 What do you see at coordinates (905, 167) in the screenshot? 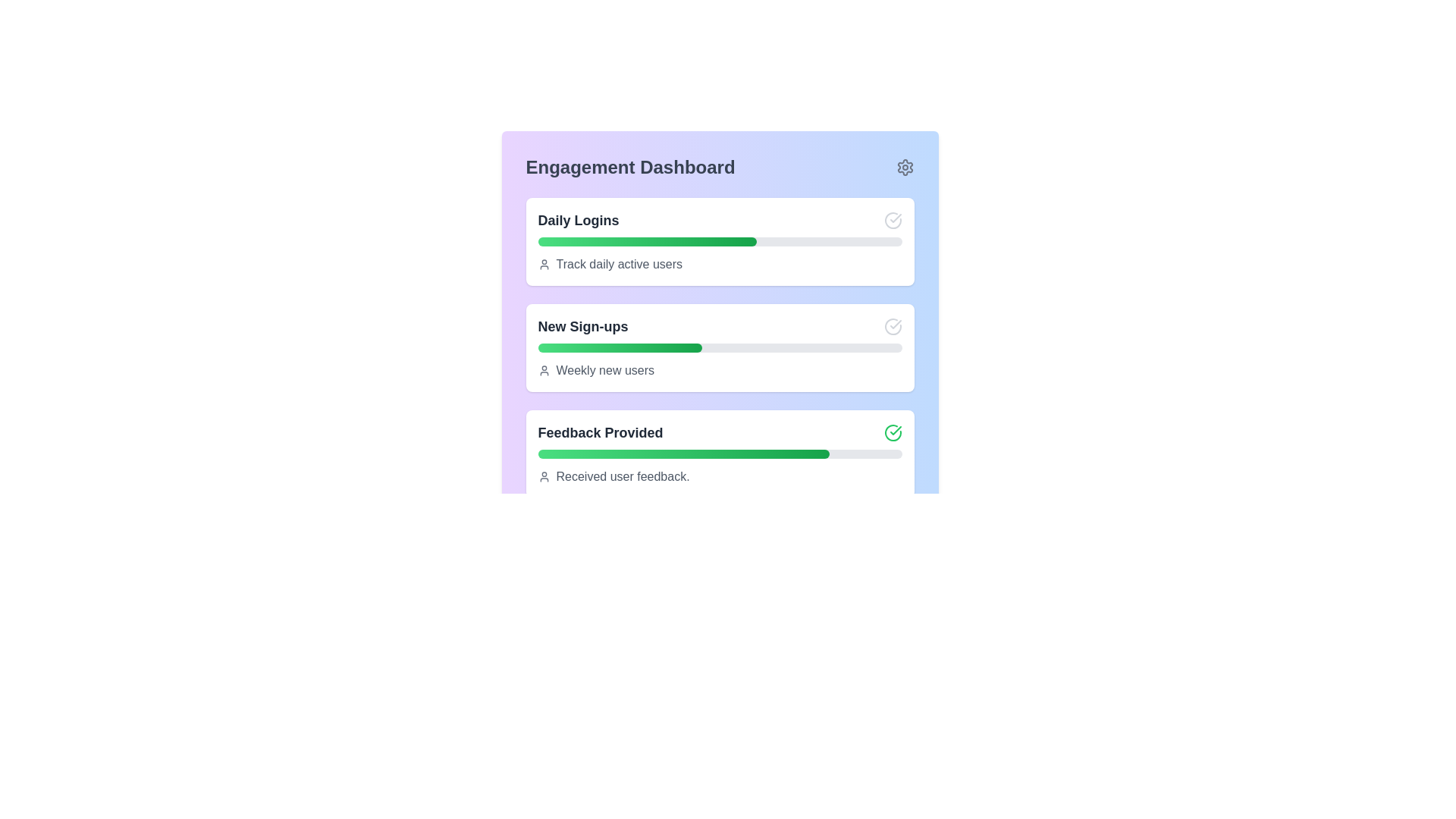
I see `the settings icon located to the right of the 'Engagement Dashboard' heading` at bounding box center [905, 167].